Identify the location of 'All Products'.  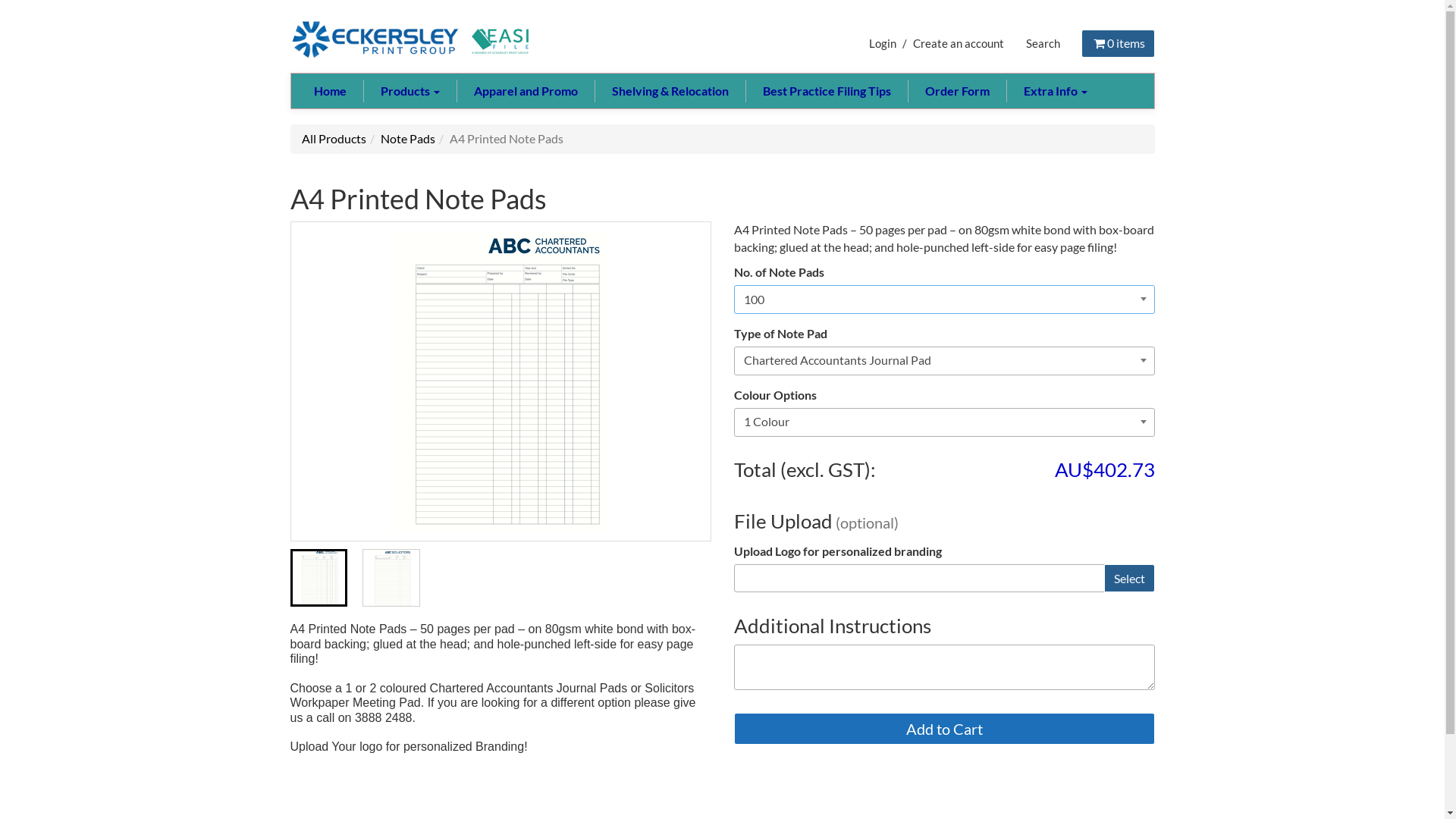
(333, 138).